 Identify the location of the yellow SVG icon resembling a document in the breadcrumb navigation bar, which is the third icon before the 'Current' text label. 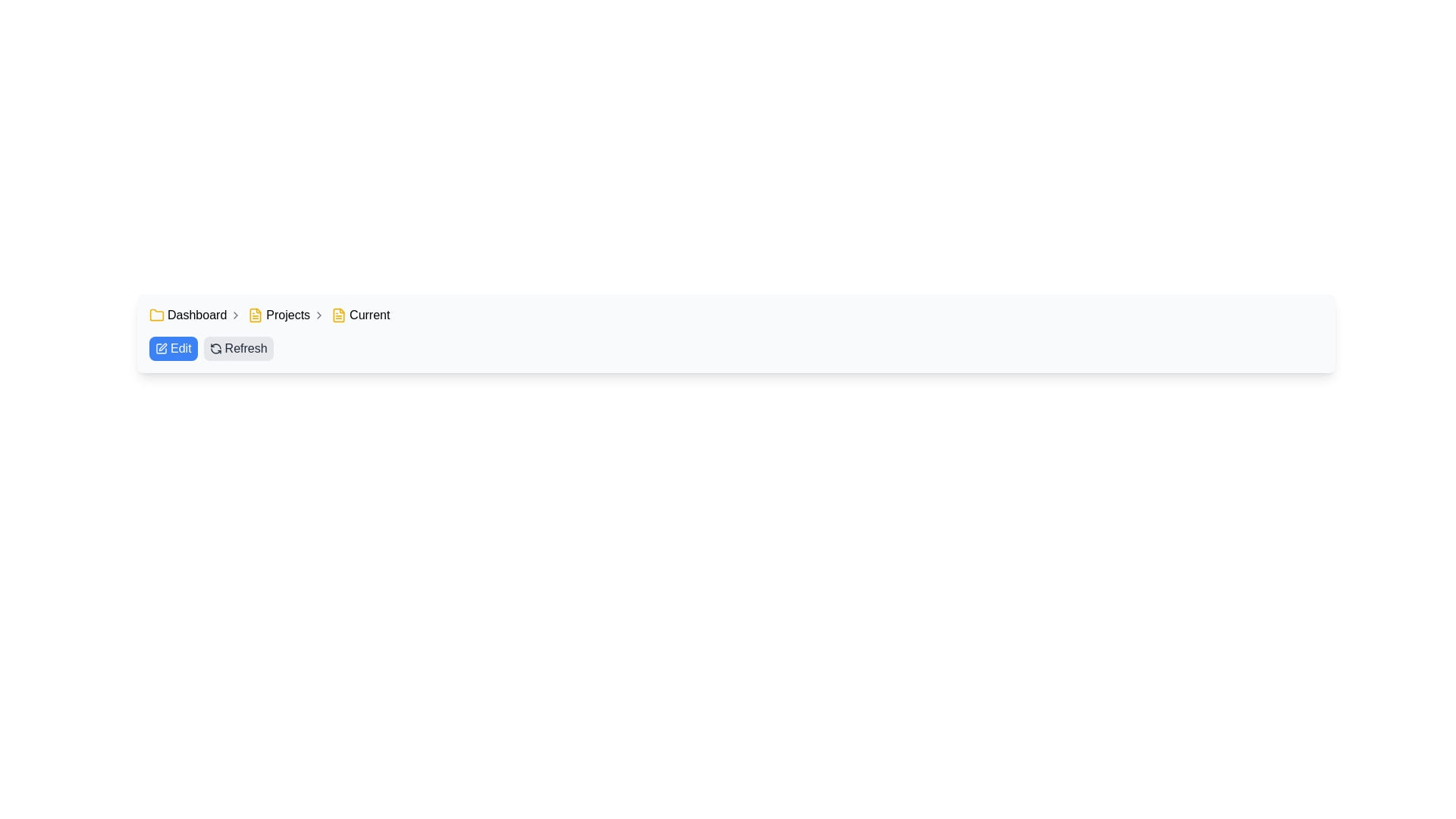
(338, 315).